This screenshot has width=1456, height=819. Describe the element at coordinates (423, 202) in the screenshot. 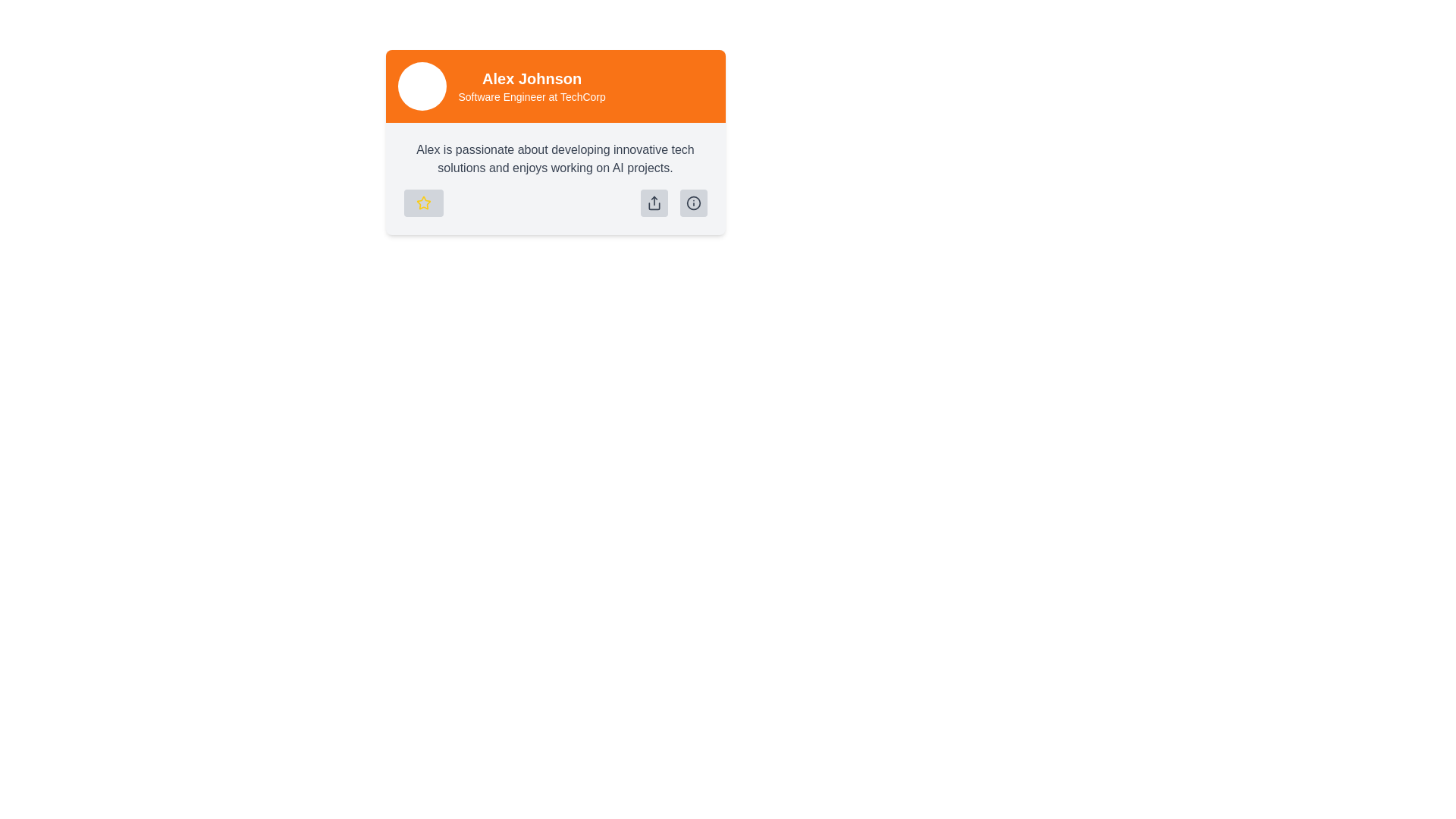

I see `the star icon located centrally within the rectangular button on the user profile card, which has a grey background` at that location.